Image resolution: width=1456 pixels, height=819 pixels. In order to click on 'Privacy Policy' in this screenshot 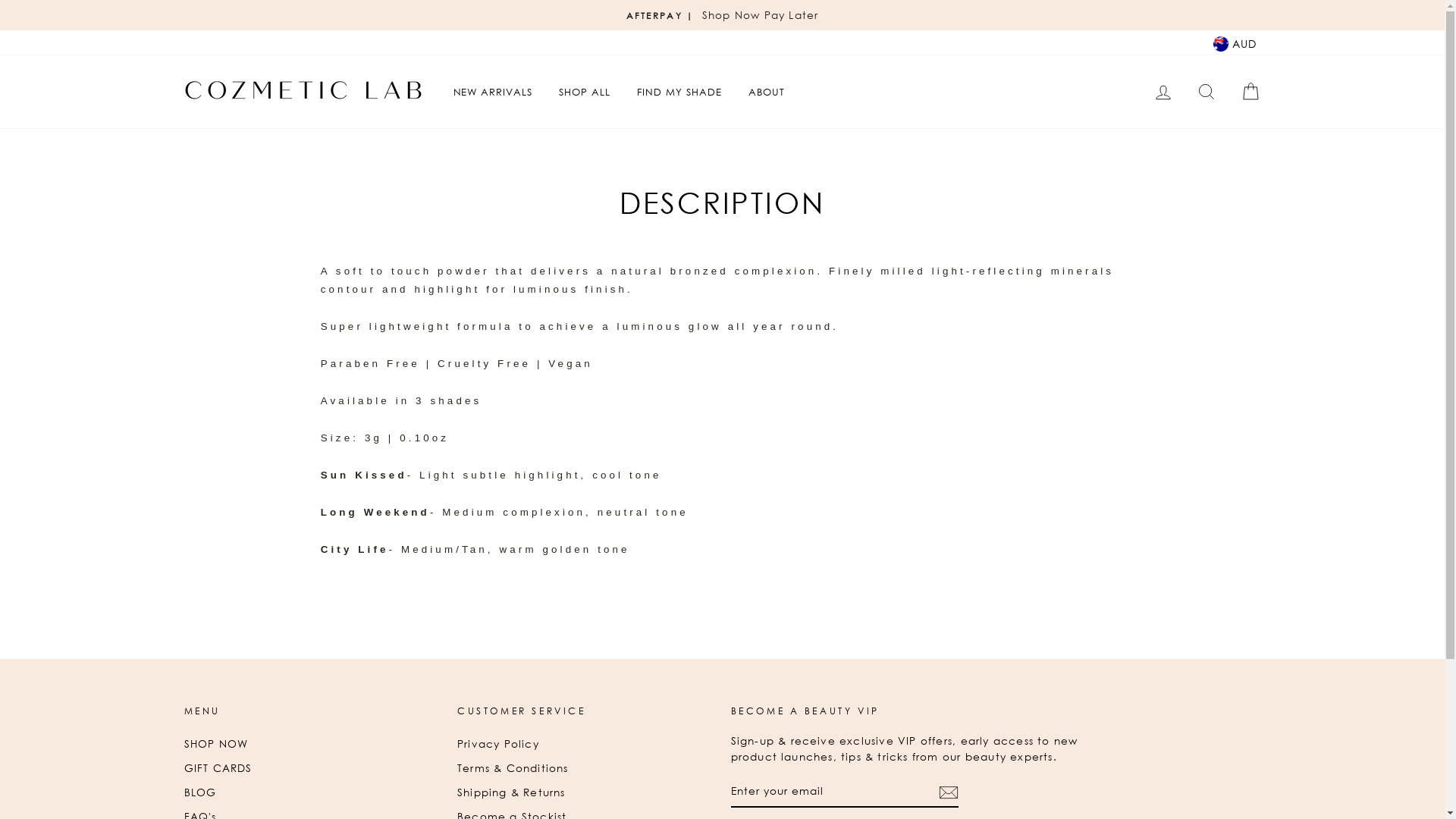, I will do `click(498, 742)`.